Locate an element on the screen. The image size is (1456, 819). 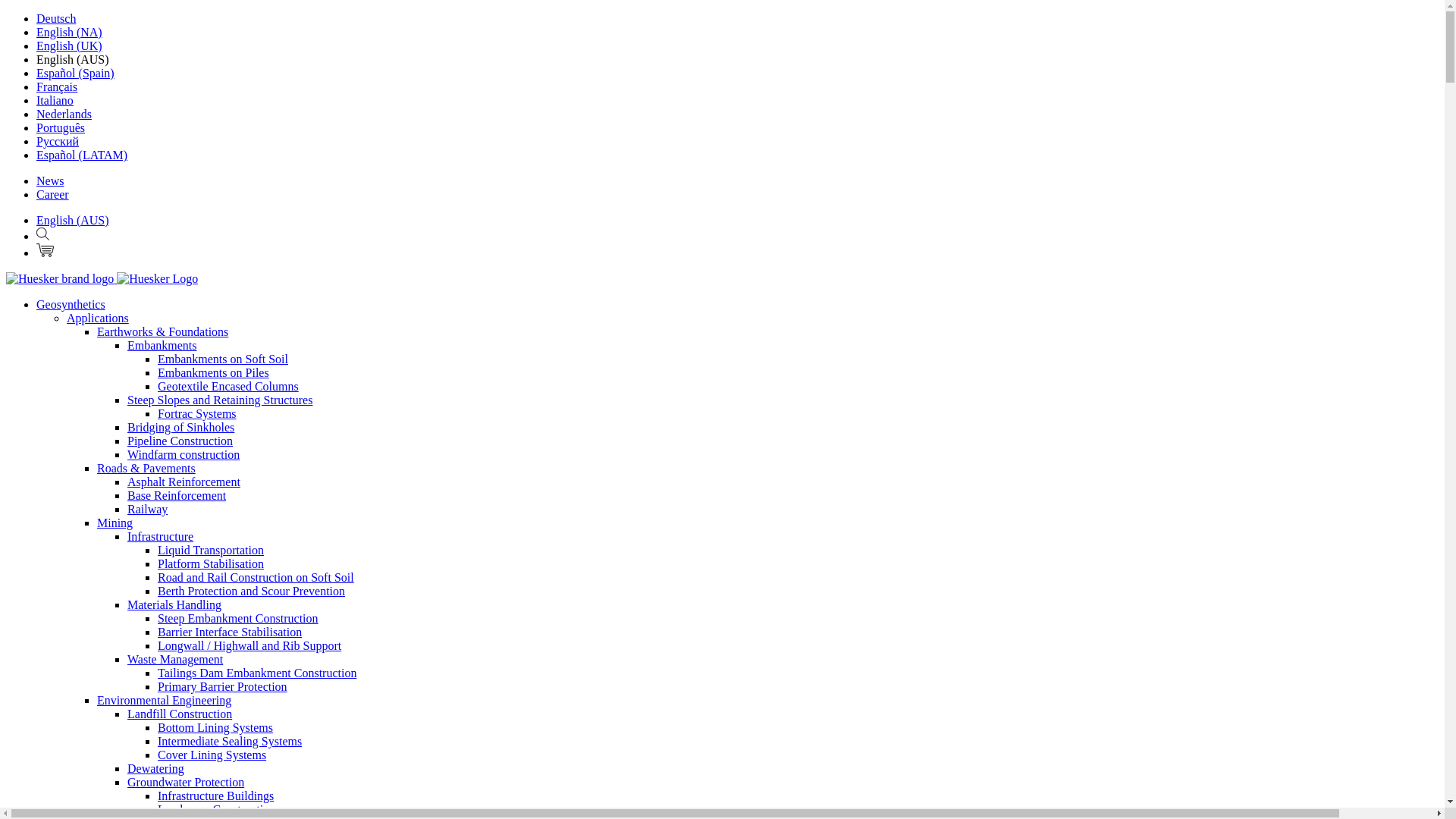
'Infrastructure Buildings' is located at coordinates (215, 795).